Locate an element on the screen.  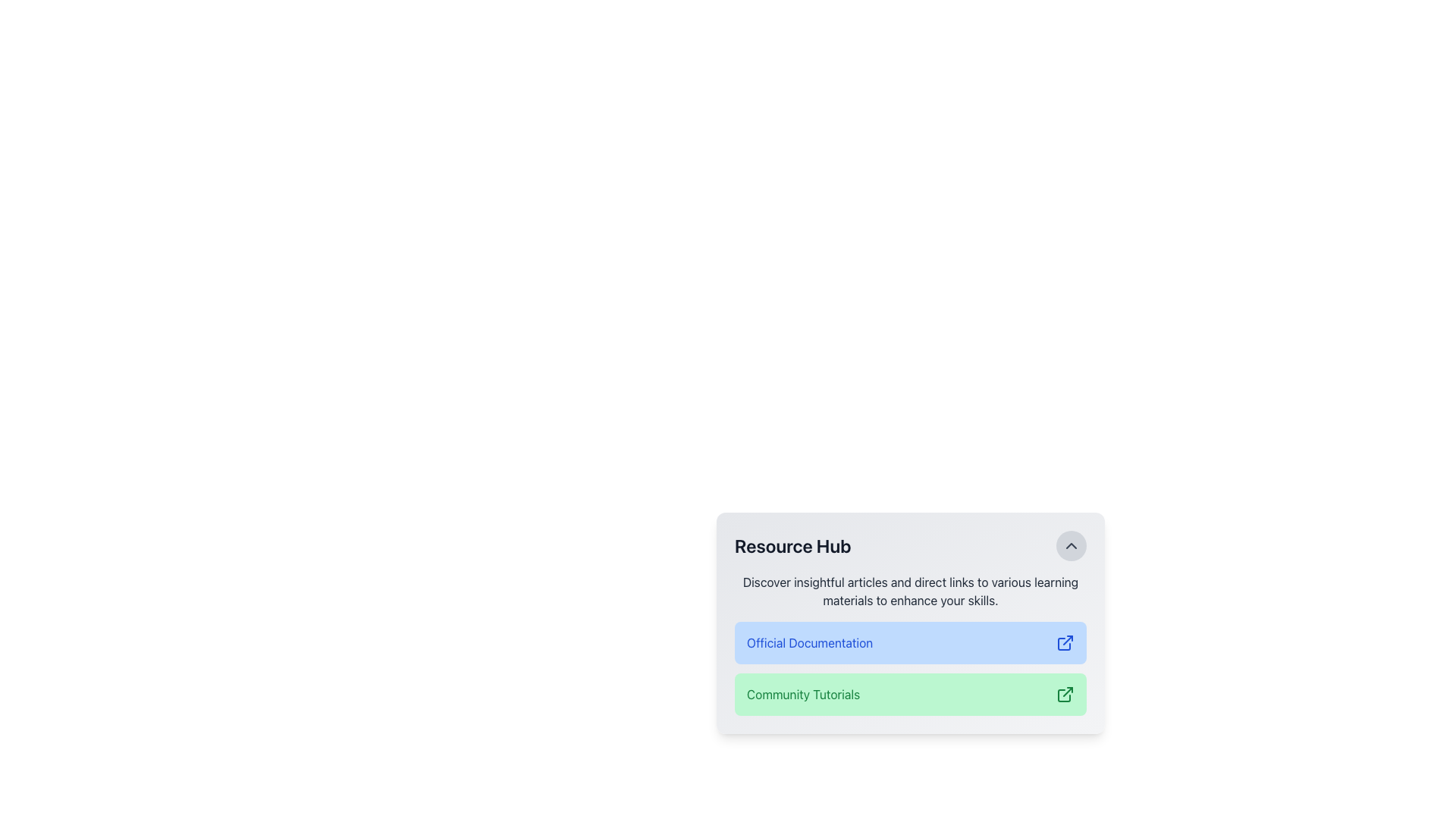
the buttons in the 'Resource Hub' section is located at coordinates (910, 623).